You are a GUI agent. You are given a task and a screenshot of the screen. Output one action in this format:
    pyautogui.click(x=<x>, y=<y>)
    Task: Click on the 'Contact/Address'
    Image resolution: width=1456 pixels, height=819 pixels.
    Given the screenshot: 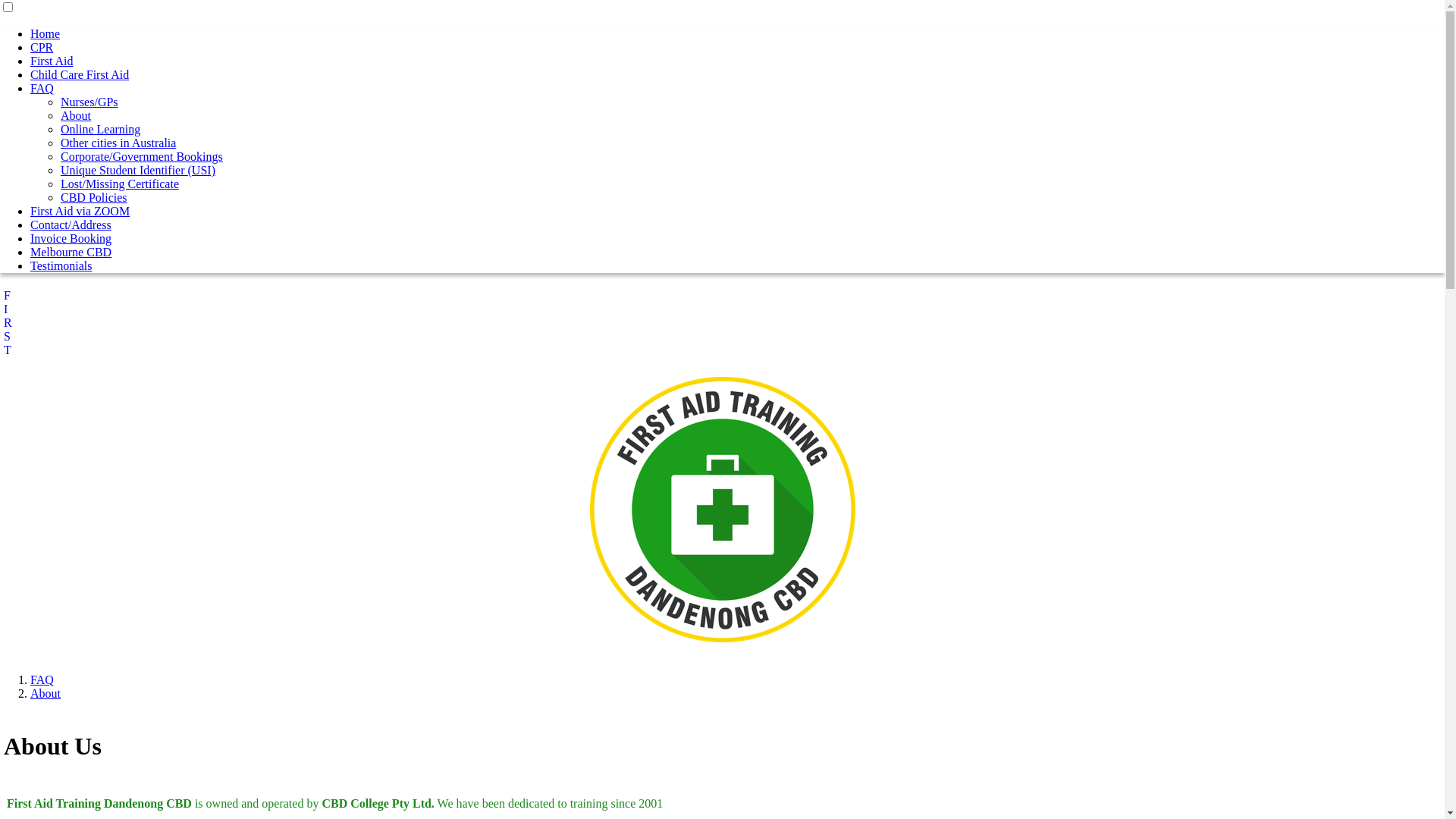 What is the action you would take?
    pyautogui.click(x=70, y=224)
    